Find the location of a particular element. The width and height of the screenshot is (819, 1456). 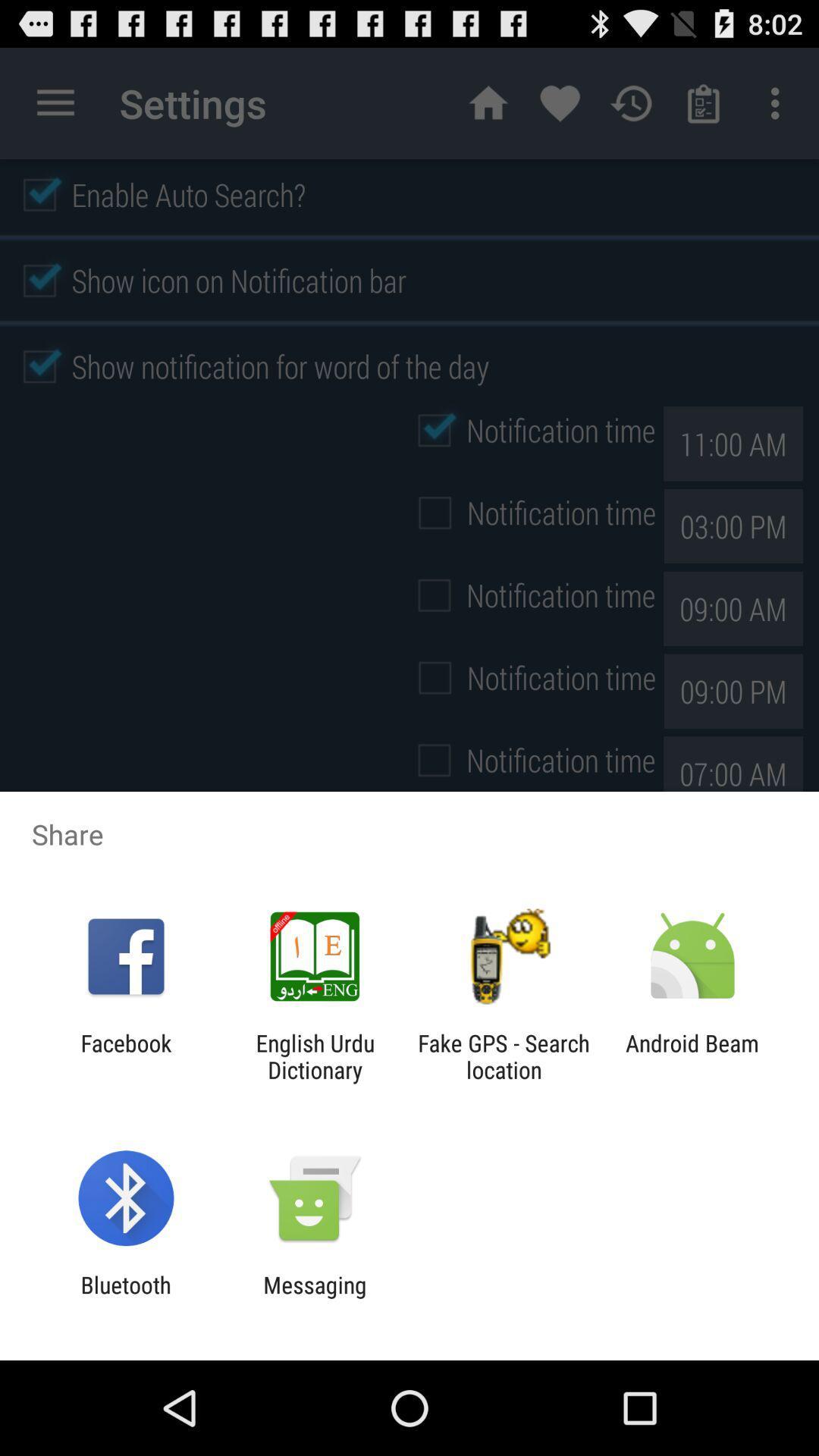

item next to the android beam item is located at coordinates (504, 1056).